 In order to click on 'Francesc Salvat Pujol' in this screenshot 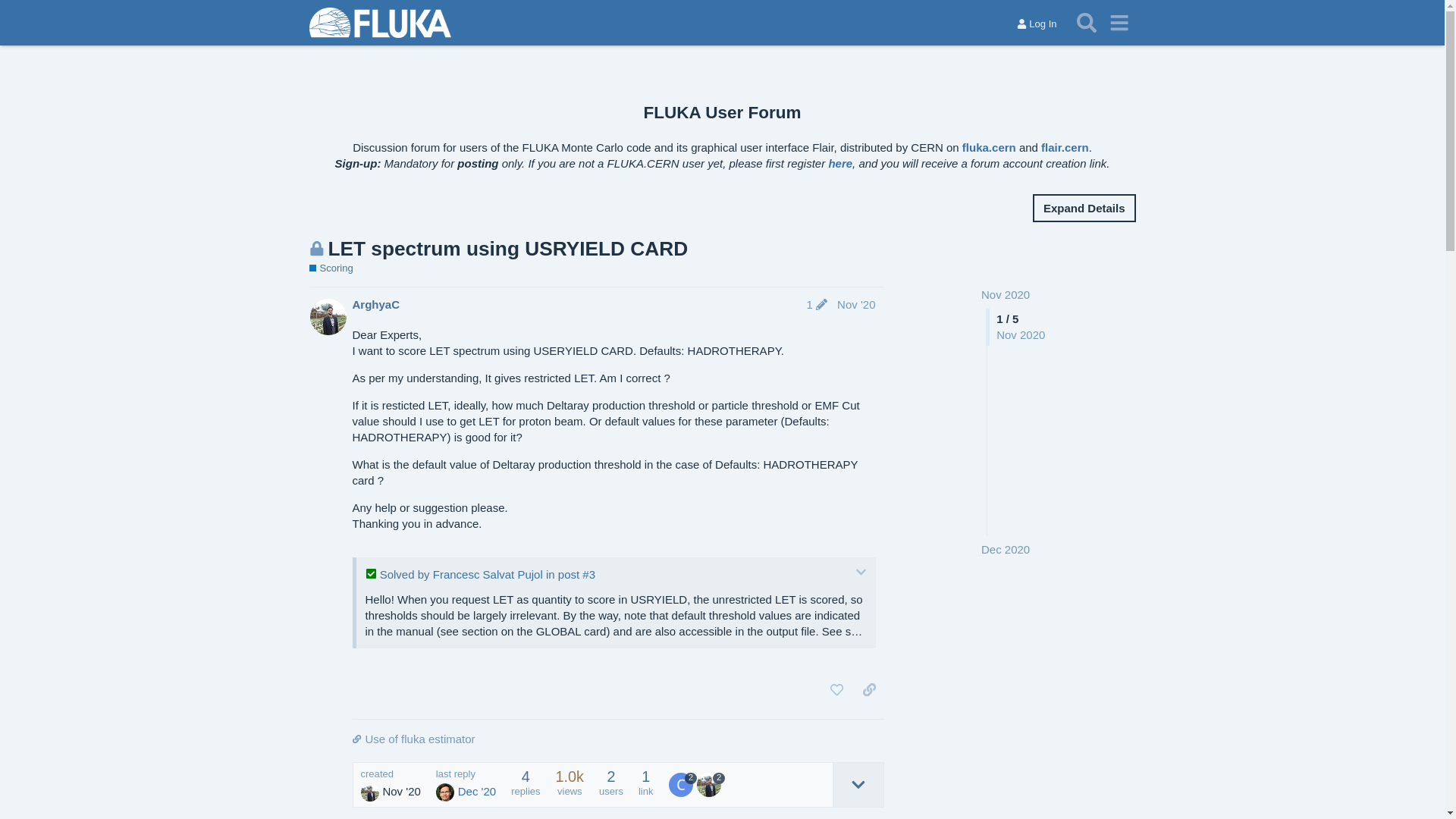, I will do `click(679, 784)`.